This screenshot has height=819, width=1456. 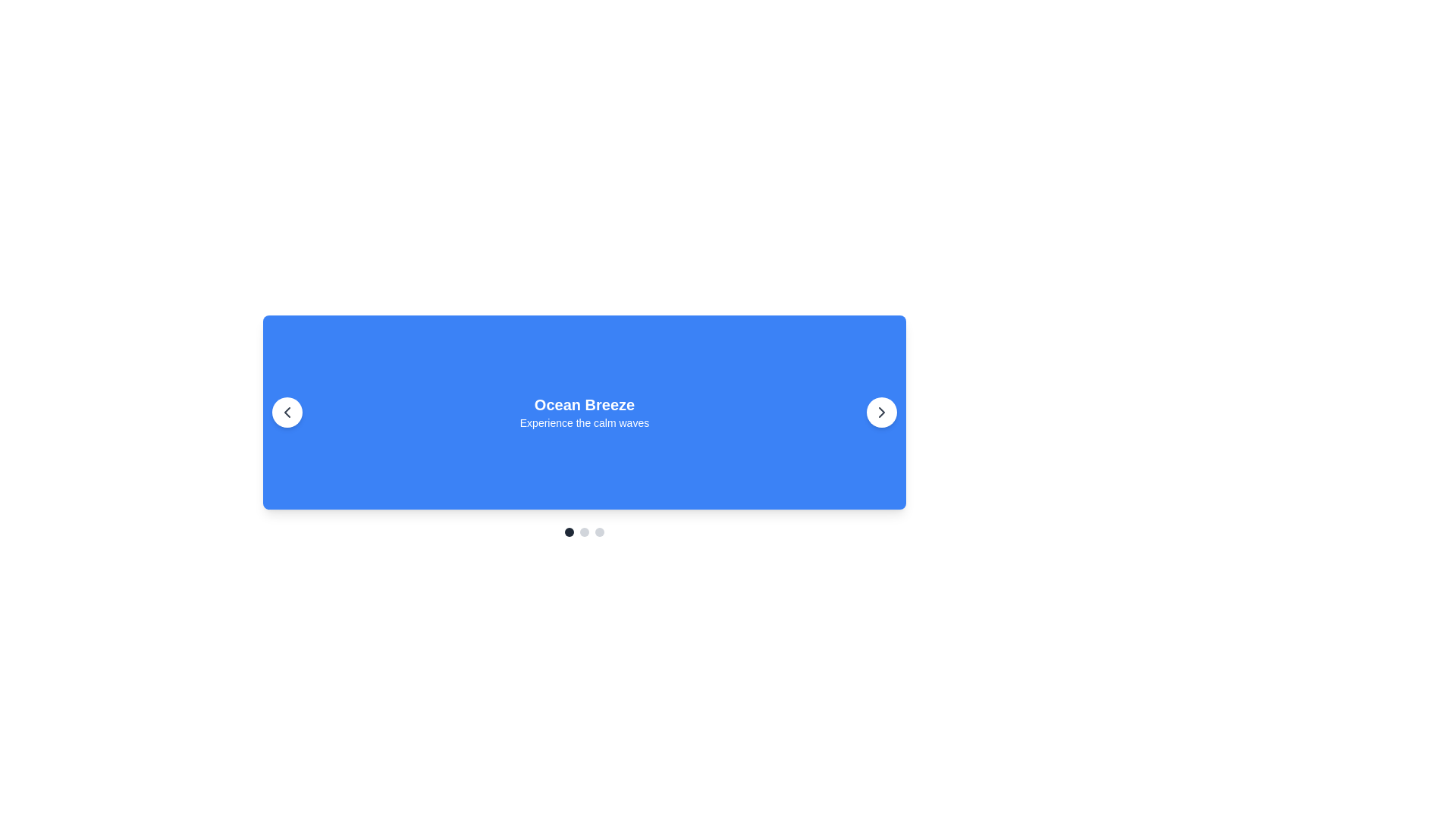 What do you see at coordinates (881, 412) in the screenshot?
I see `the right-facing chevron icon for navigation, which is styled with a dark gray stroke design and is located within a white circular background towards the right edge of the blue rectangular section` at bounding box center [881, 412].